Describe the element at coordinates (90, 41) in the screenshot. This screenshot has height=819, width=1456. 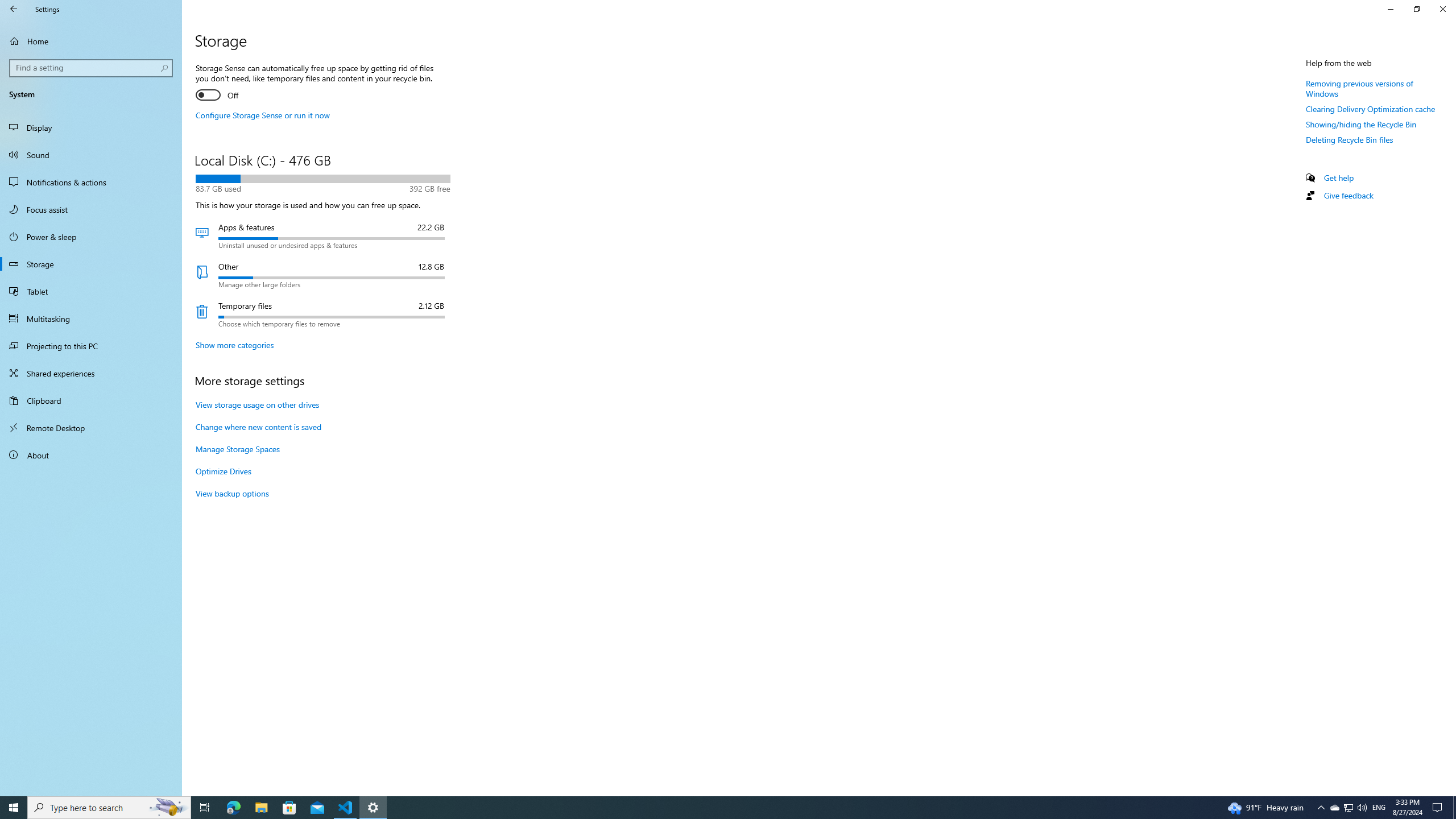
I see `'Home'` at that location.